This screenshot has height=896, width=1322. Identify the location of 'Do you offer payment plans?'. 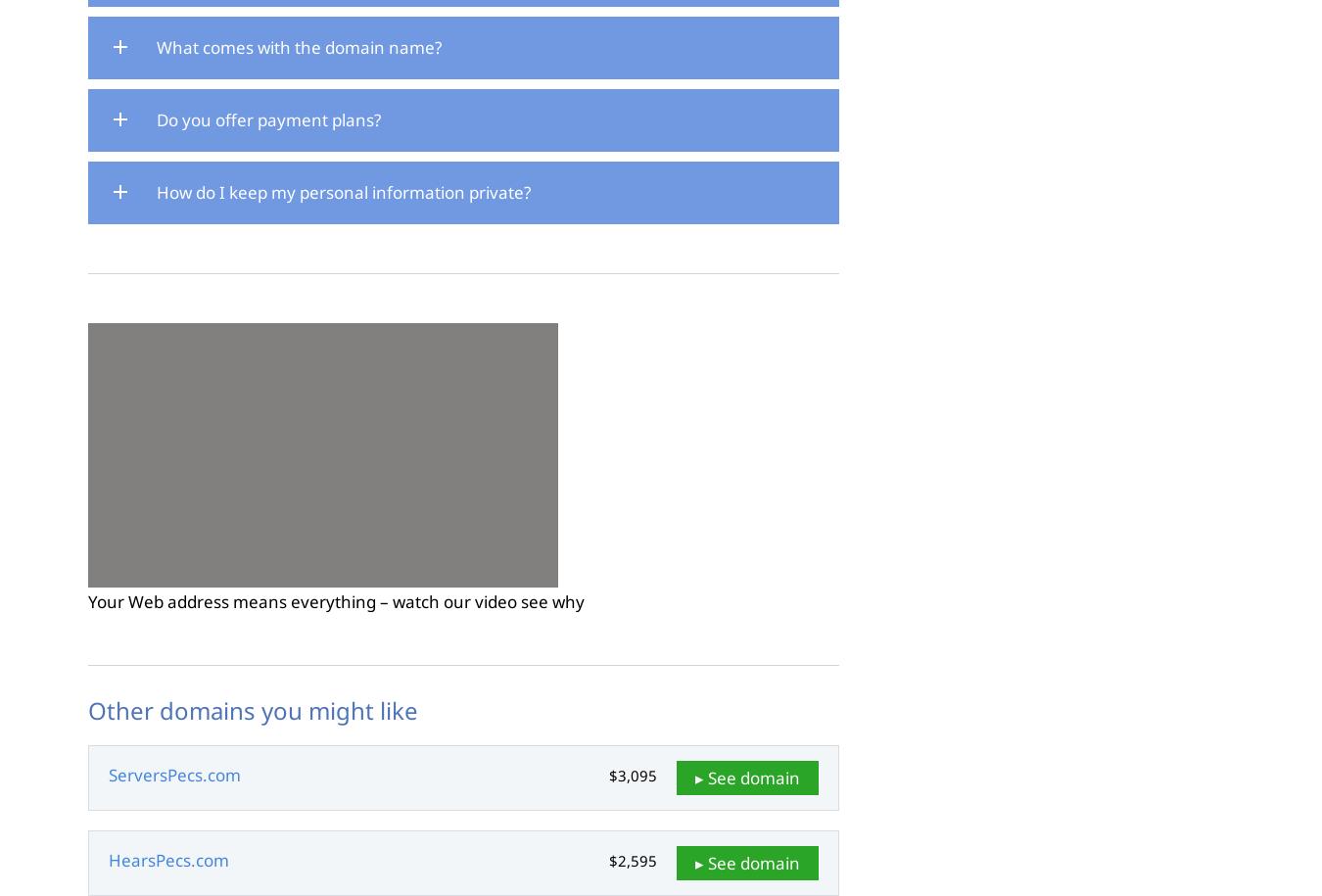
(267, 119).